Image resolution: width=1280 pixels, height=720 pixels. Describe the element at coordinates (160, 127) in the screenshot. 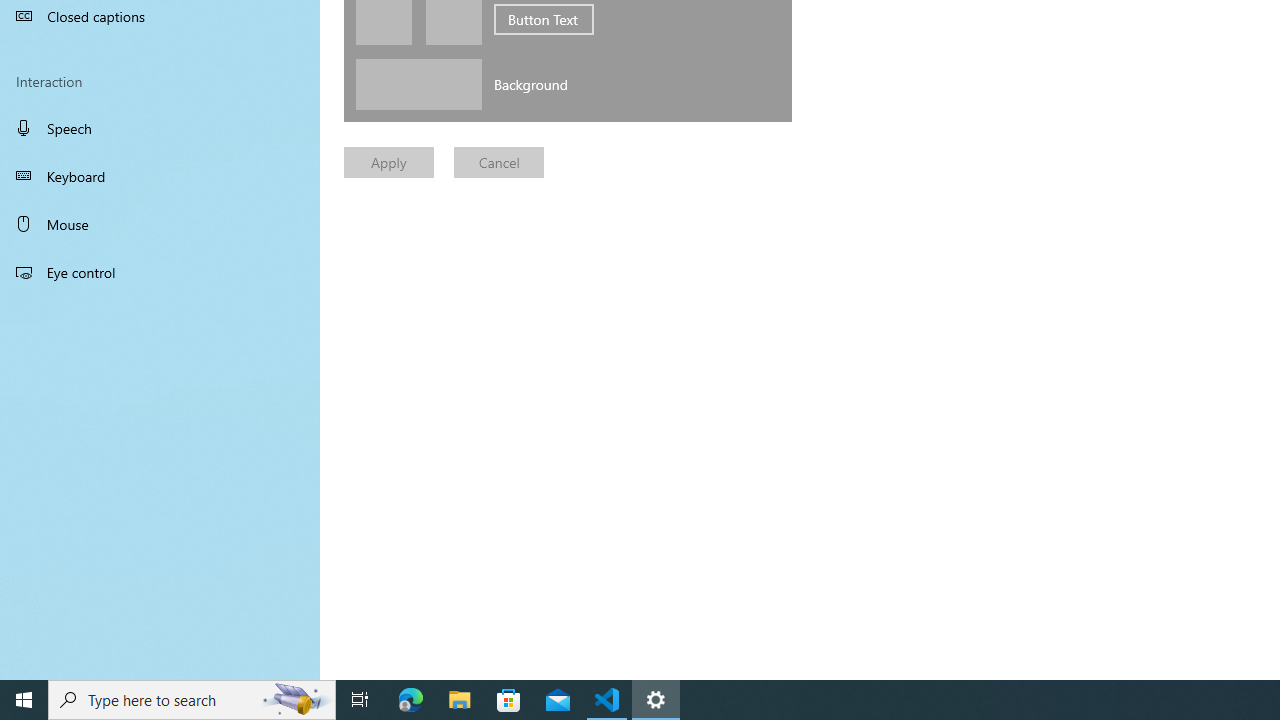

I see `'Speech'` at that location.